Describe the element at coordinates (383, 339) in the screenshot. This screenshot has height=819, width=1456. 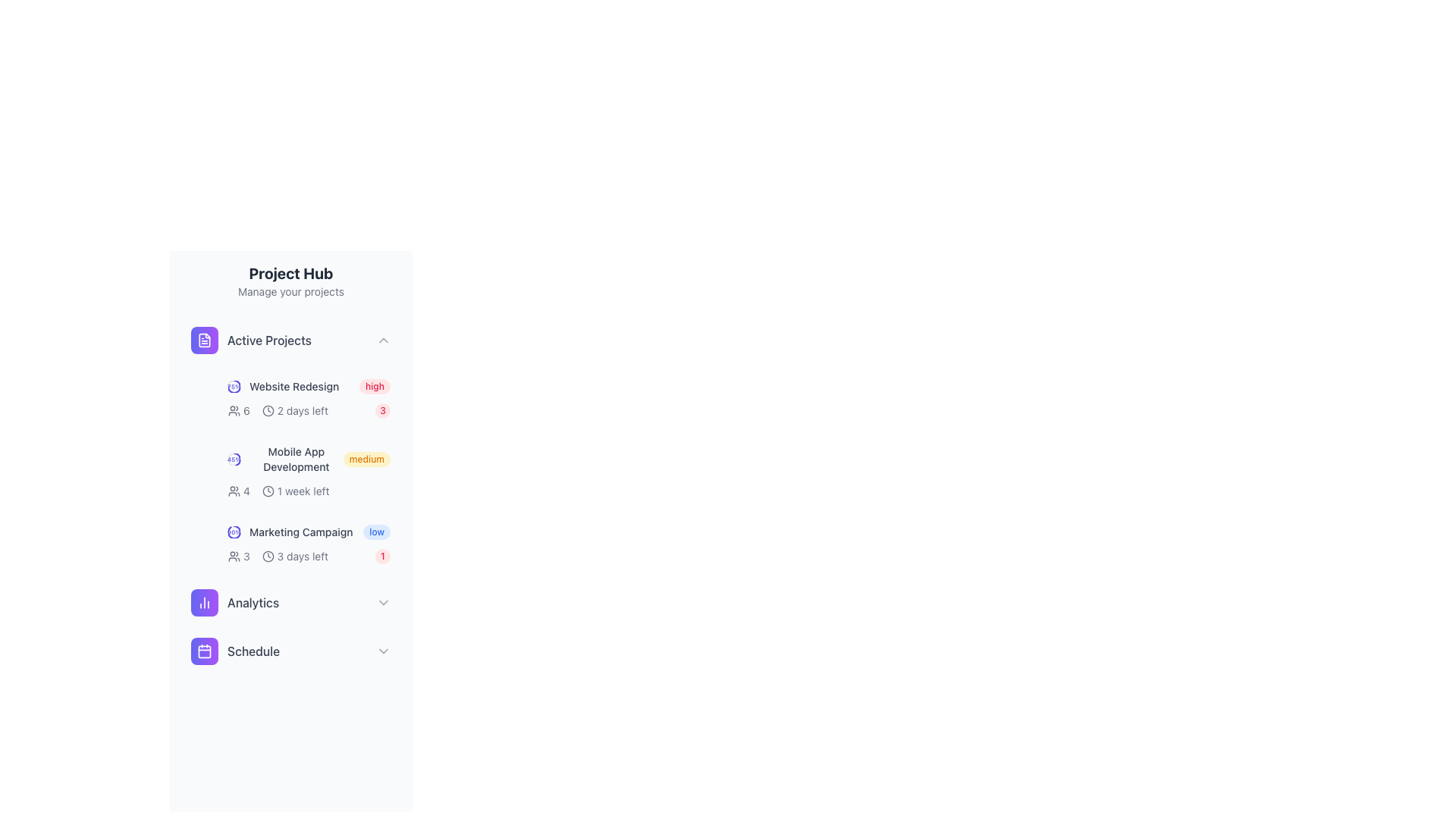
I see `the chevron icon in the 'Active Projects' section to provide visual feedback` at that location.